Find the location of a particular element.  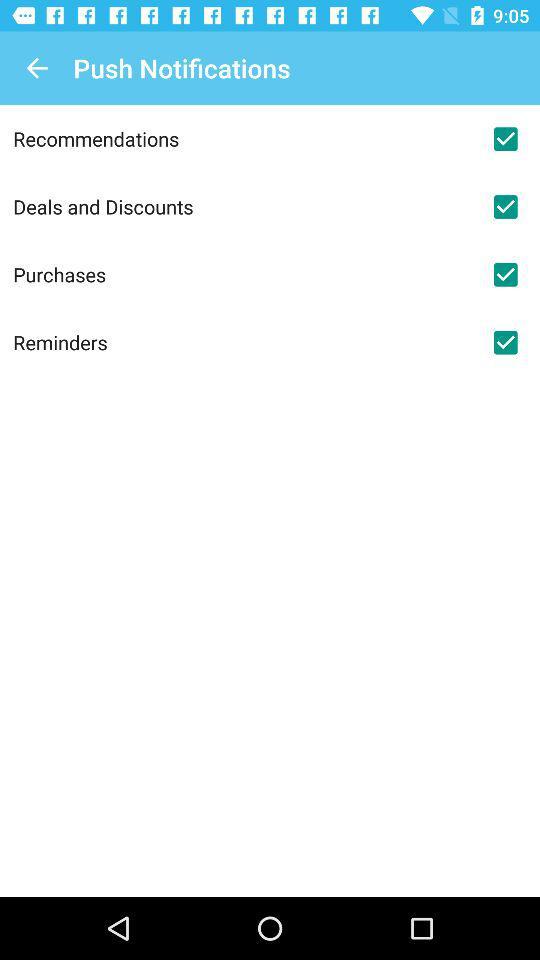

deals and discounts is located at coordinates (504, 206).